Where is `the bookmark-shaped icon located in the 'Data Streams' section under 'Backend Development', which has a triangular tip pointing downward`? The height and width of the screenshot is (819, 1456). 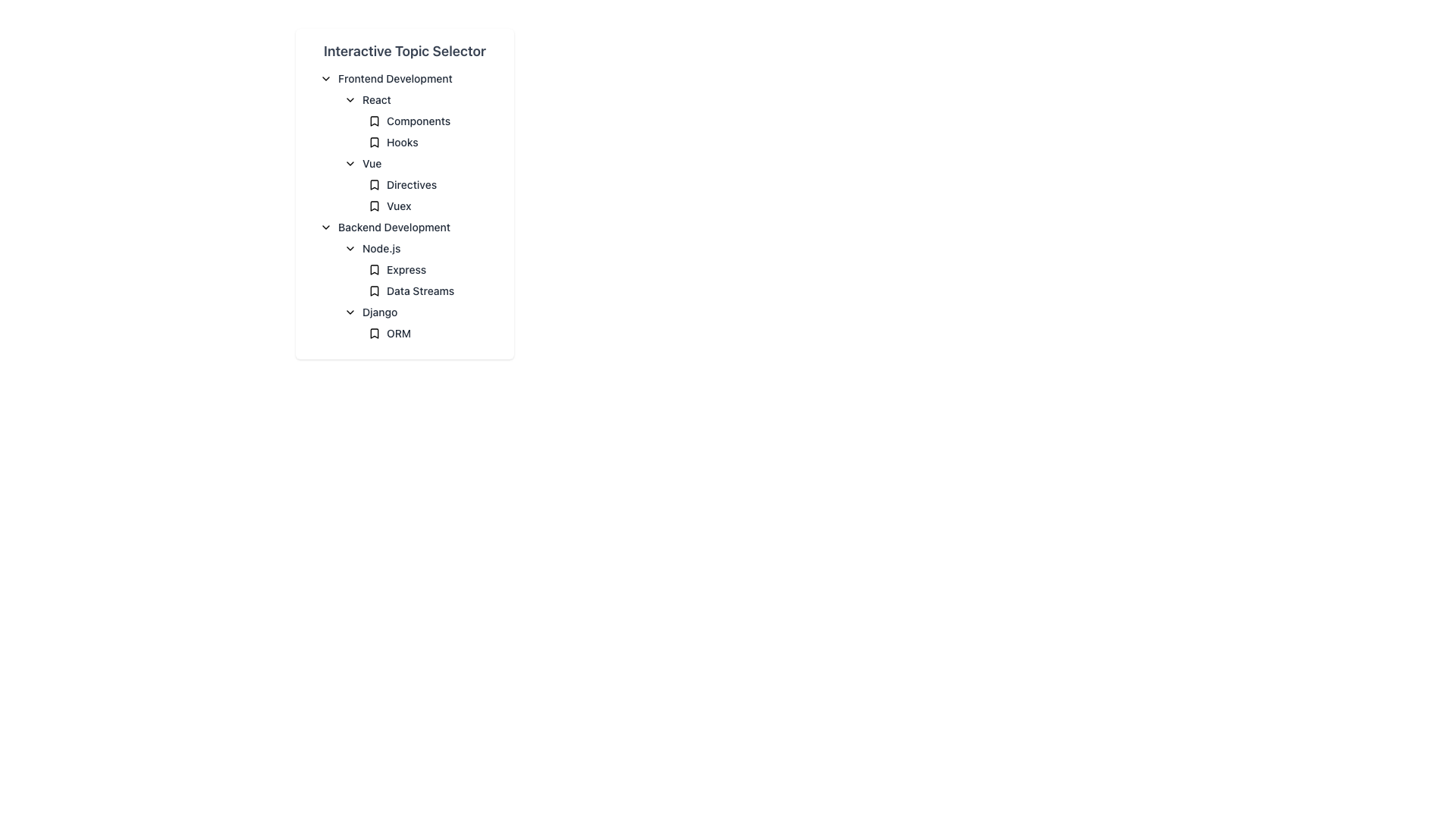
the bookmark-shaped icon located in the 'Data Streams' section under 'Backend Development', which has a triangular tip pointing downward is located at coordinates (375, 291).